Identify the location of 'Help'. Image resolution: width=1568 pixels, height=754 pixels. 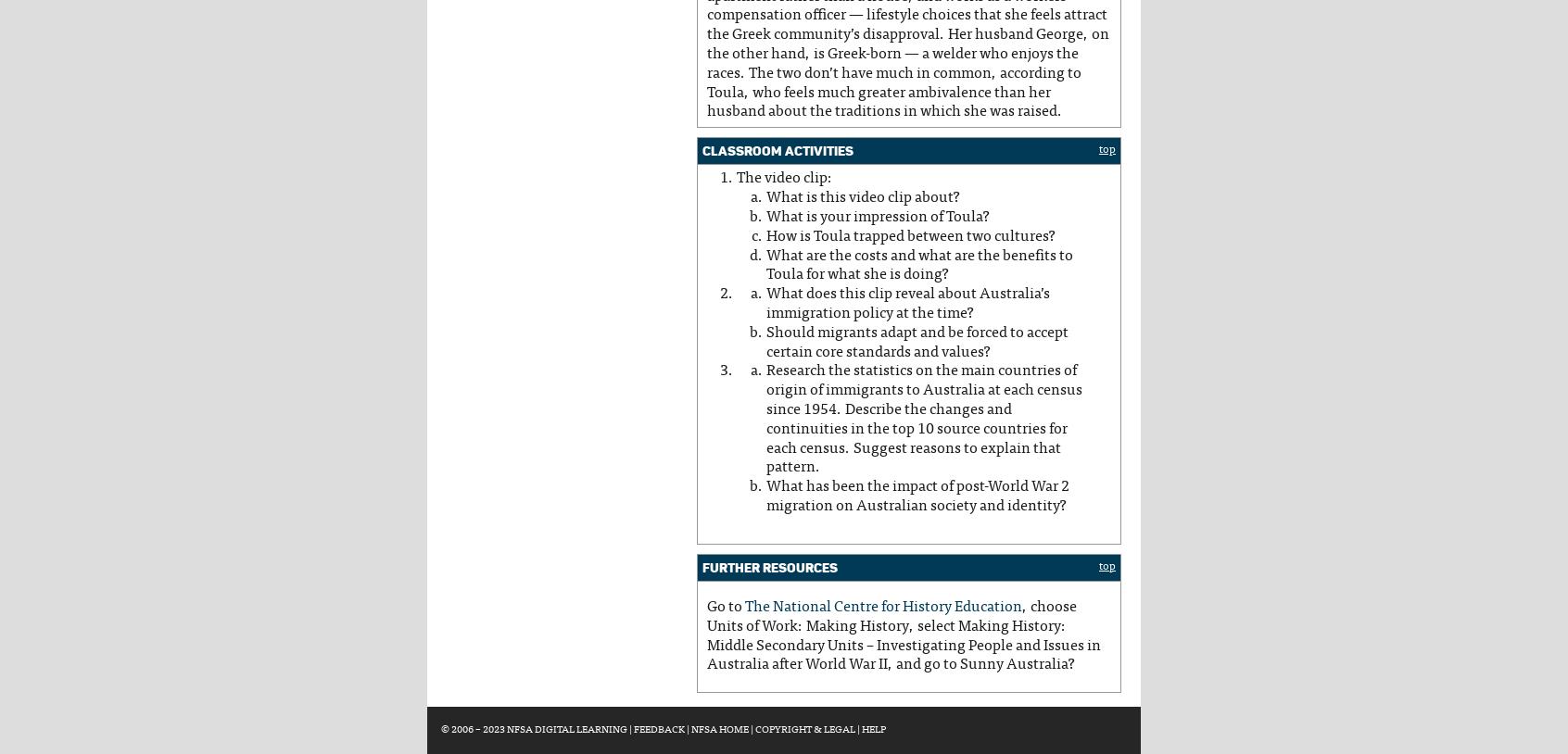
(873, 729).